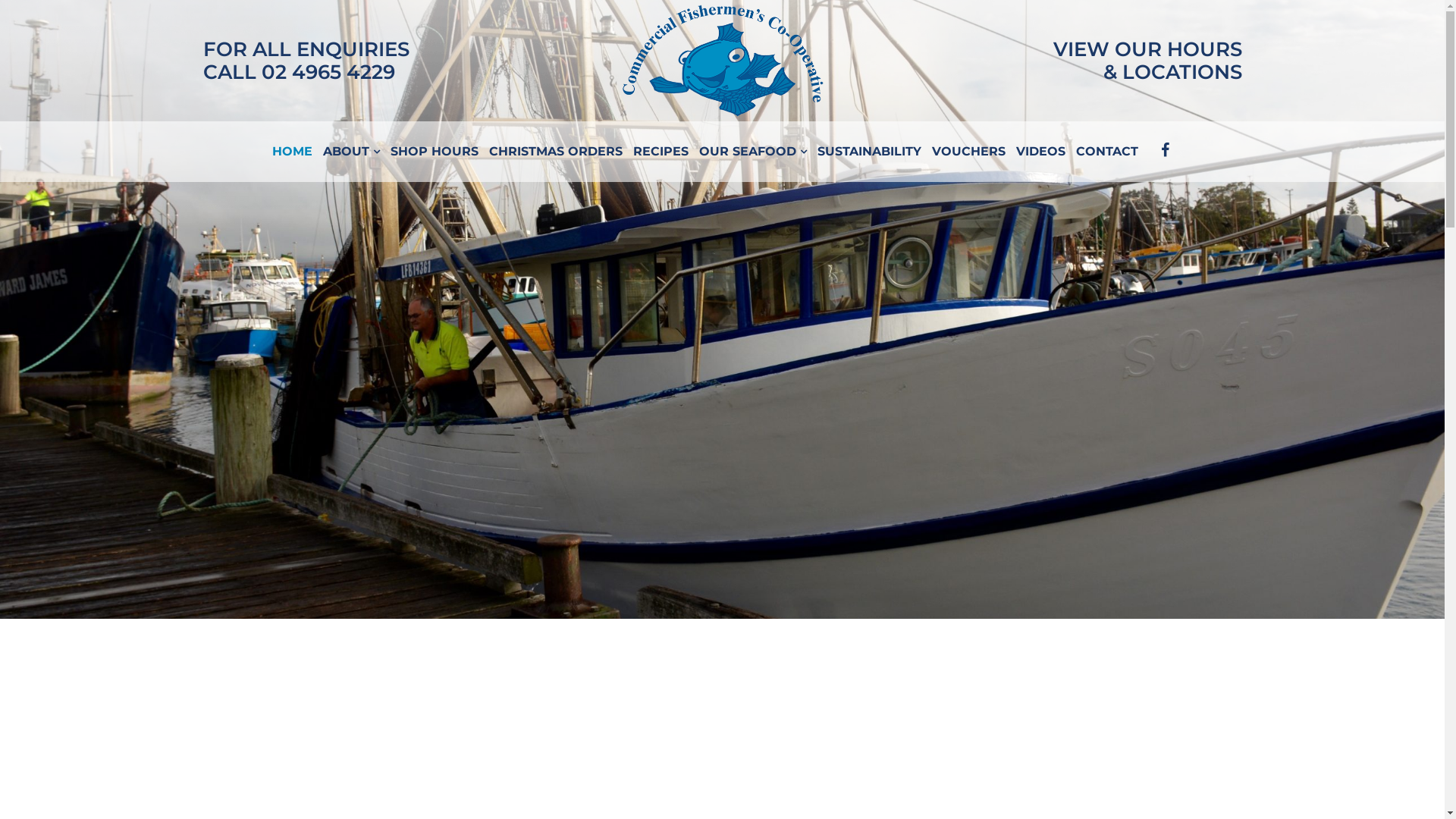 Image resolution: width=1456 pixels, height=819 pixels. I want to click on 'CHRISTMAS ORDERS', so click(555, 152).